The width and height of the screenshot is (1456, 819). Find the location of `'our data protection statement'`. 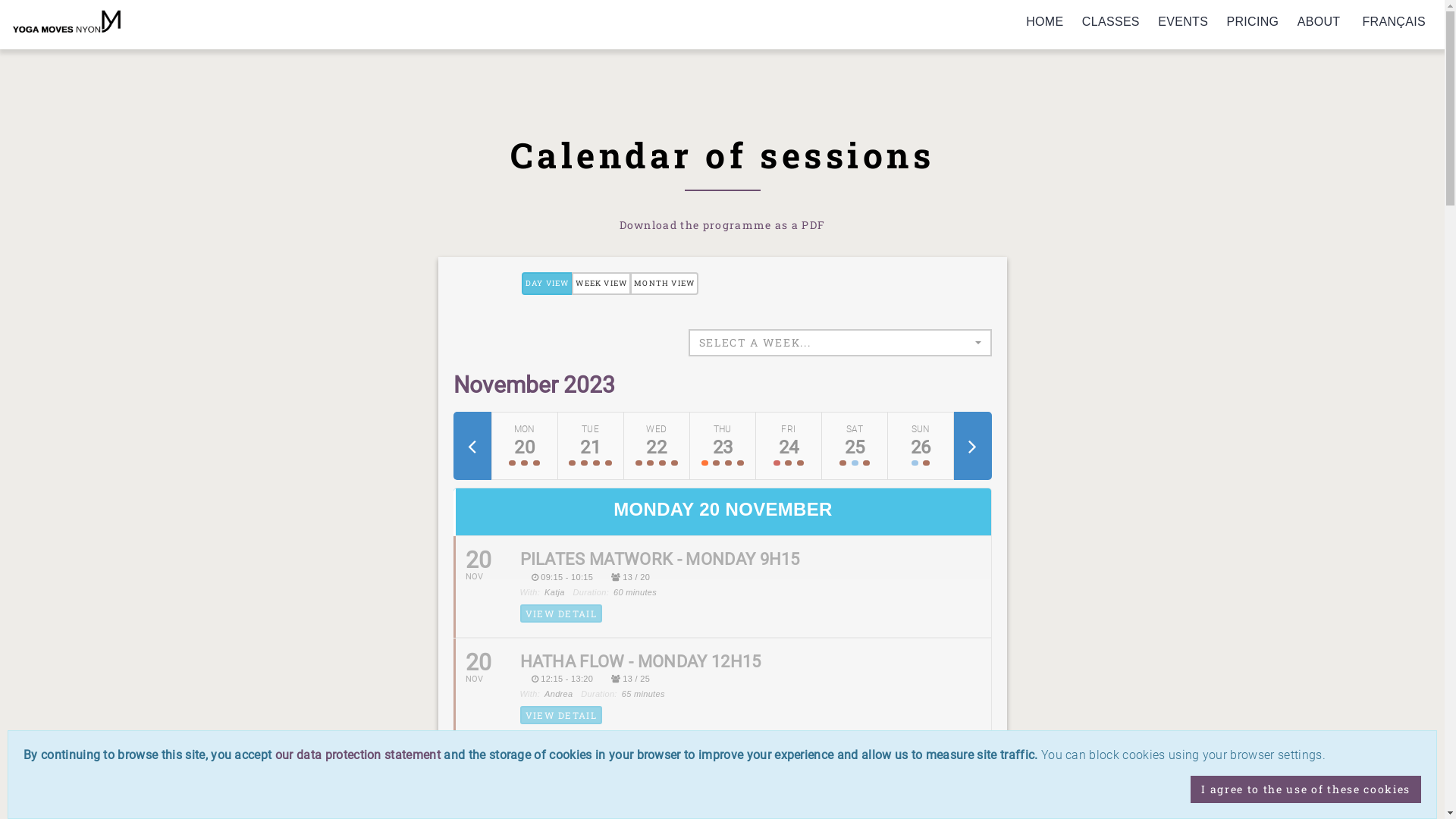

'our data protection statement' is located at coordinates (356, 755).